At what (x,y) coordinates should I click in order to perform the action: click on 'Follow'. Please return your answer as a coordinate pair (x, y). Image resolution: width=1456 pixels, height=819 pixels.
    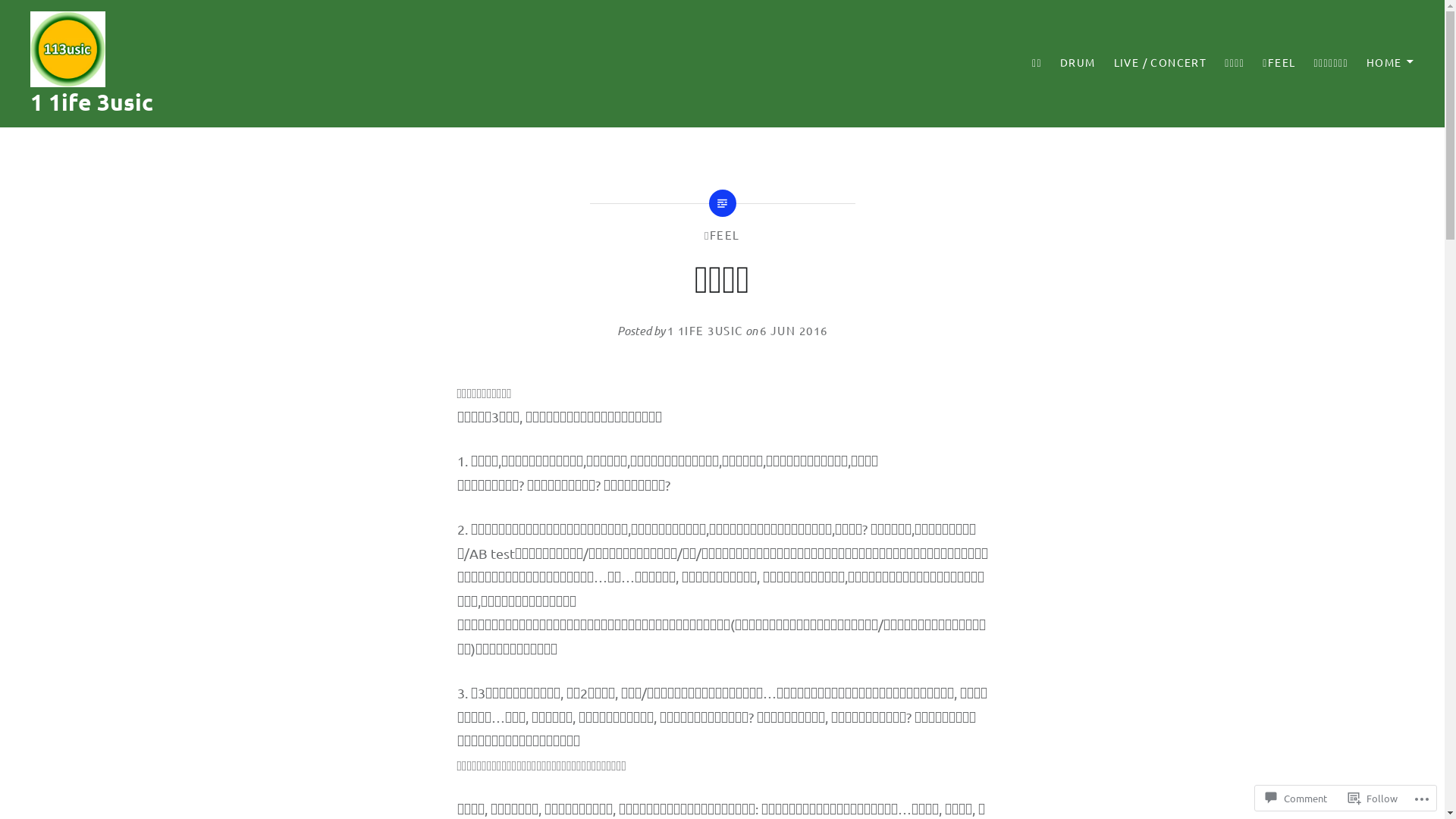
    Looking at the image, I should click on (1373, 797).